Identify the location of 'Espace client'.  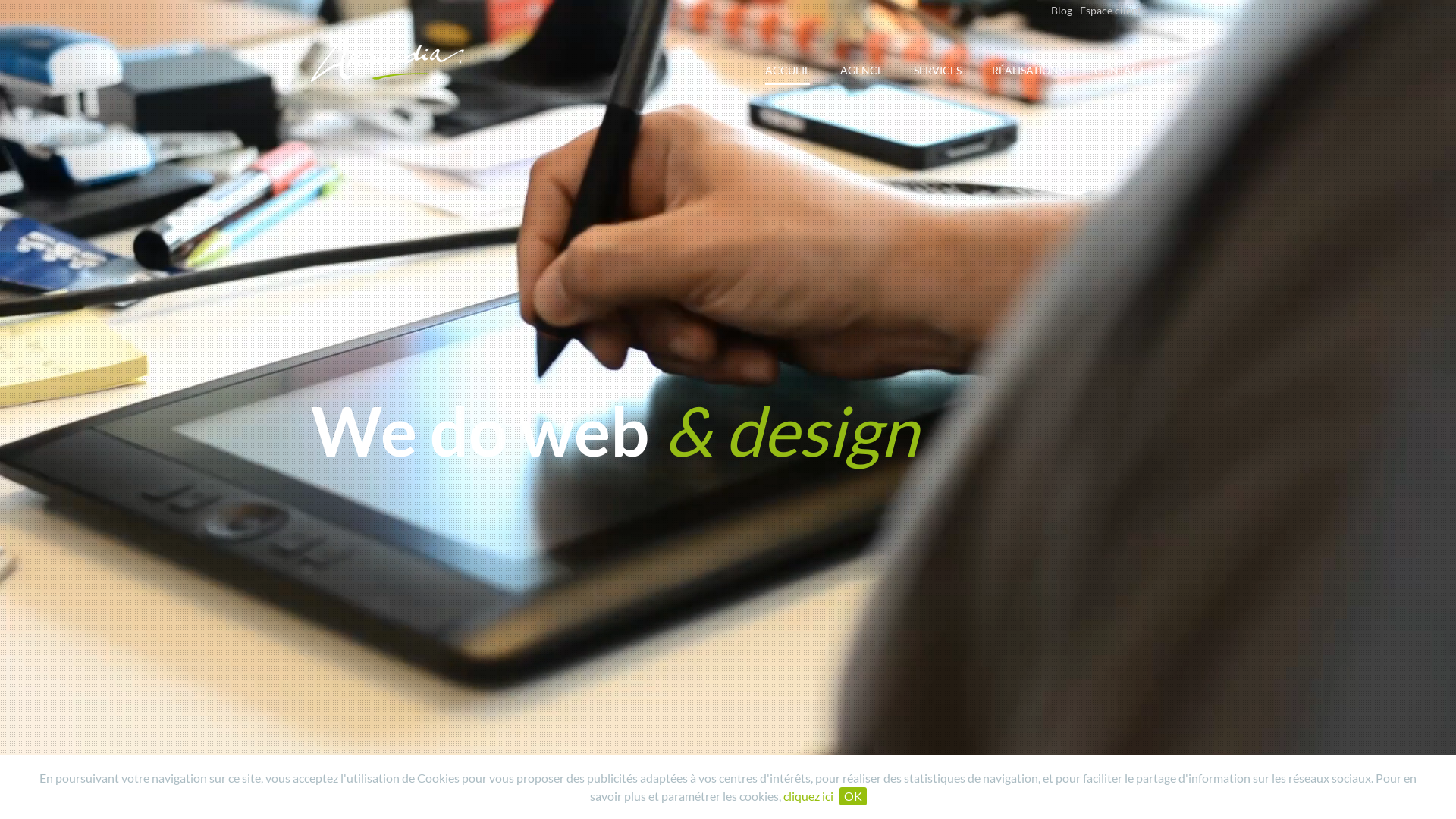
(1110, 10).